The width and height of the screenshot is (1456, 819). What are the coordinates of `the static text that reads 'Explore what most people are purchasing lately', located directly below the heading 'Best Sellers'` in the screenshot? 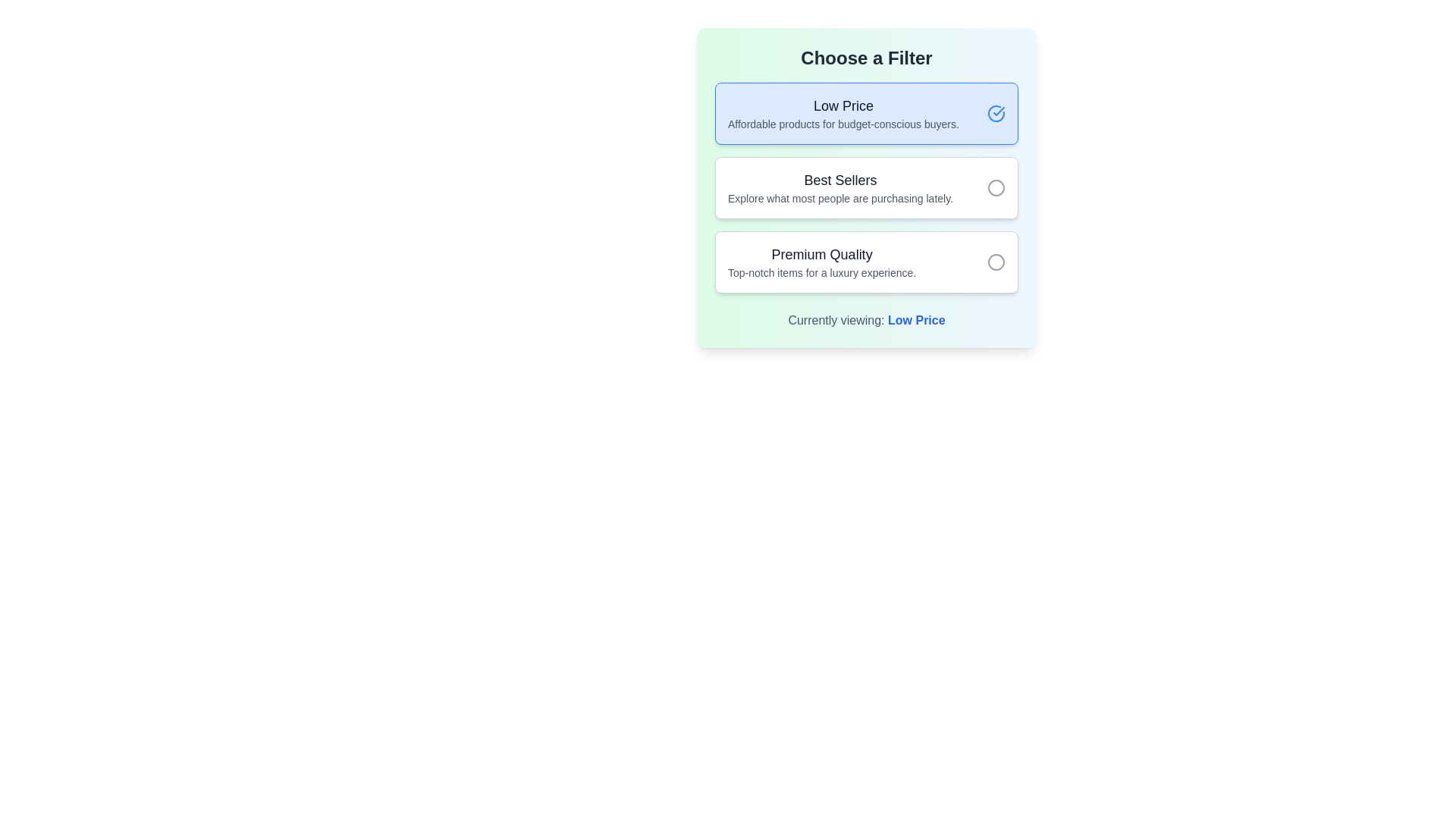 It's located at (839, 198).